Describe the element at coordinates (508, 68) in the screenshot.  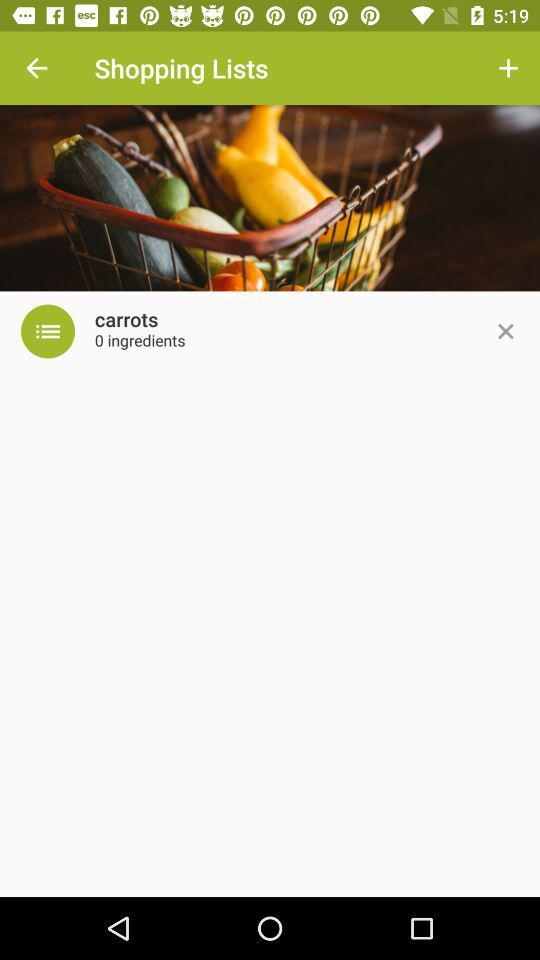
I see `the item at the top right corner` at that location.